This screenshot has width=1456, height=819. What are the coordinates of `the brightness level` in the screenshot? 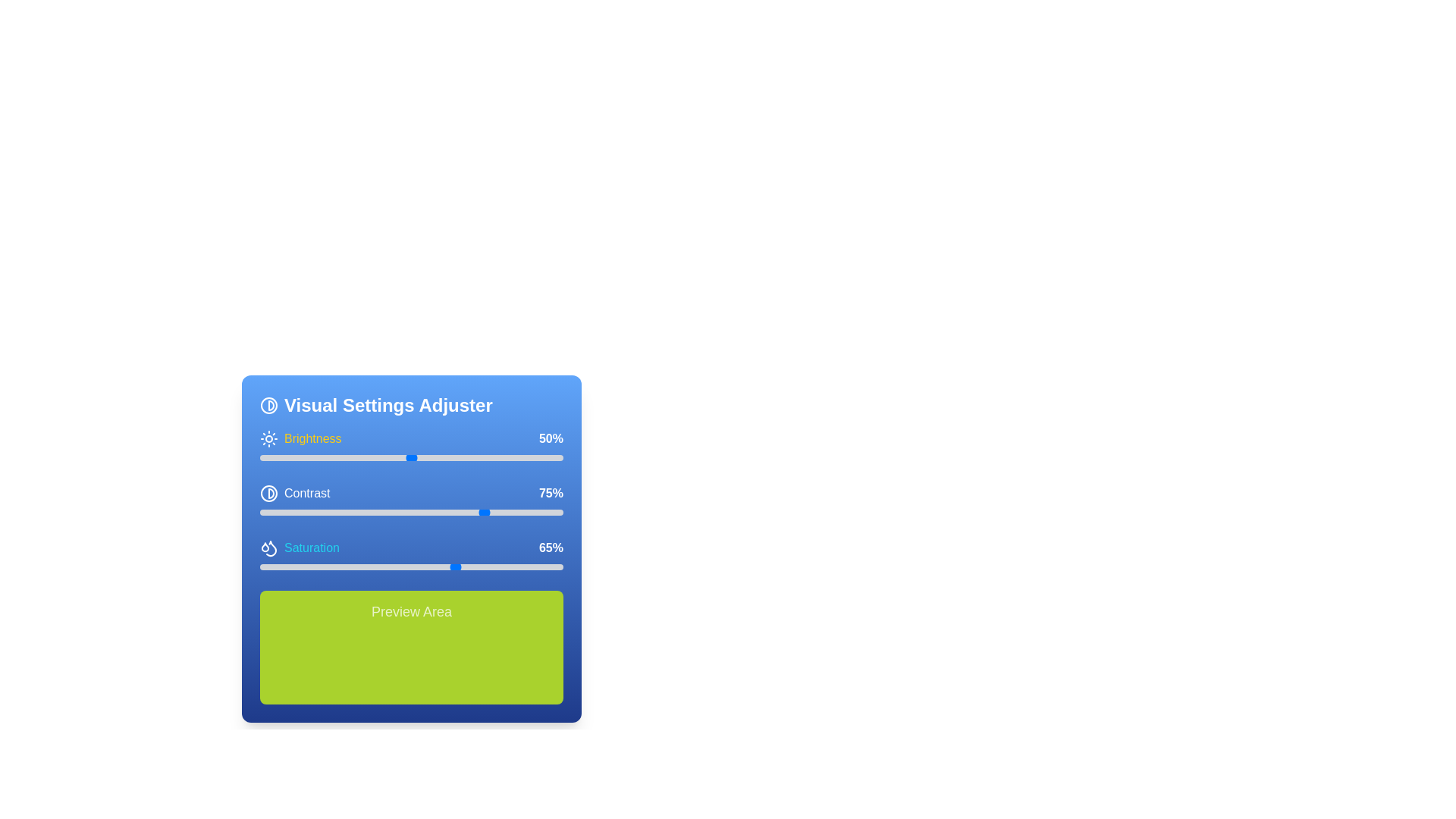 It's located at (435, 457).